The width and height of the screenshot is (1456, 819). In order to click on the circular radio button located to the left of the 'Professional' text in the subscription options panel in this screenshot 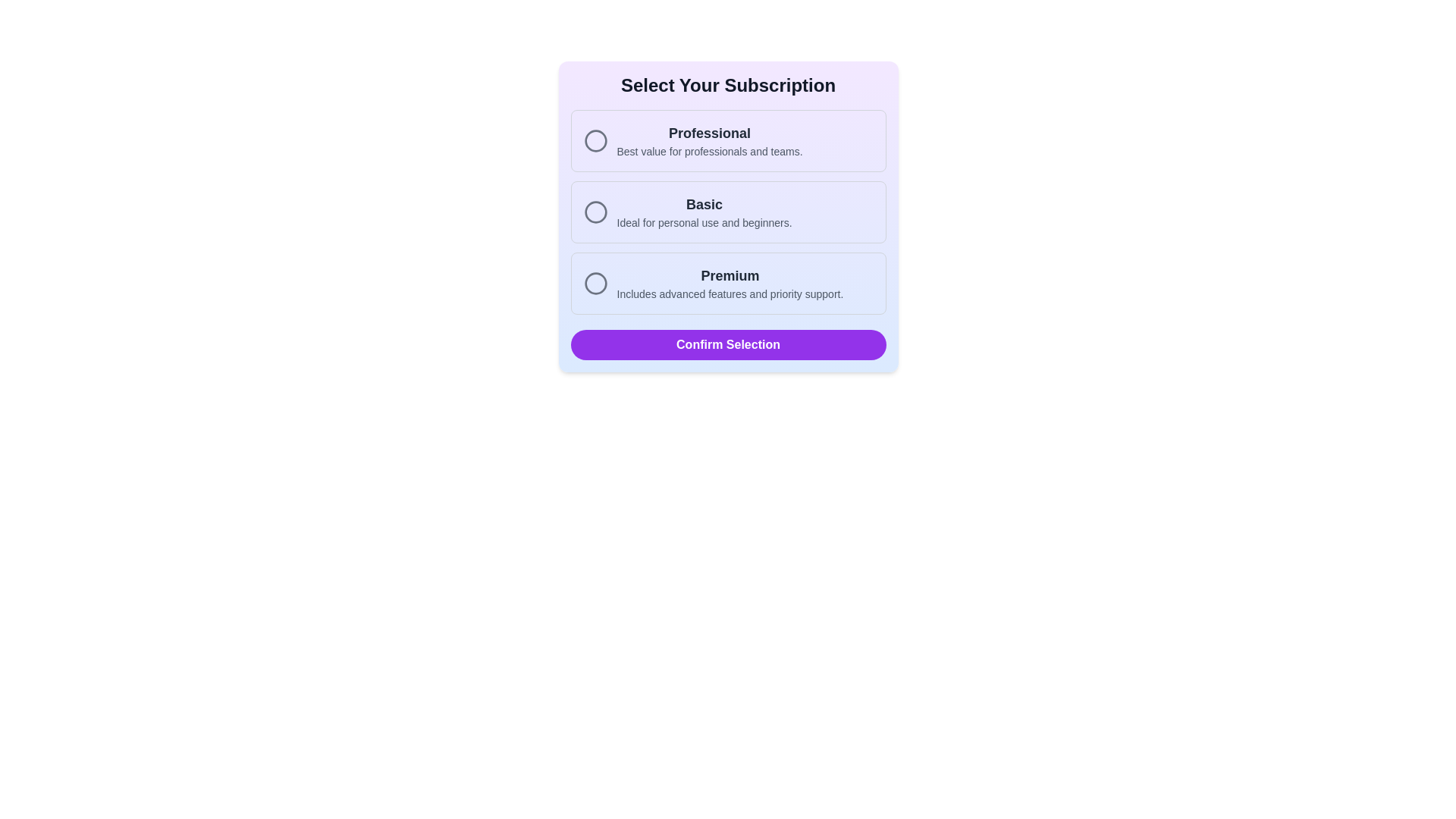, I will do `click(595, 140)`.